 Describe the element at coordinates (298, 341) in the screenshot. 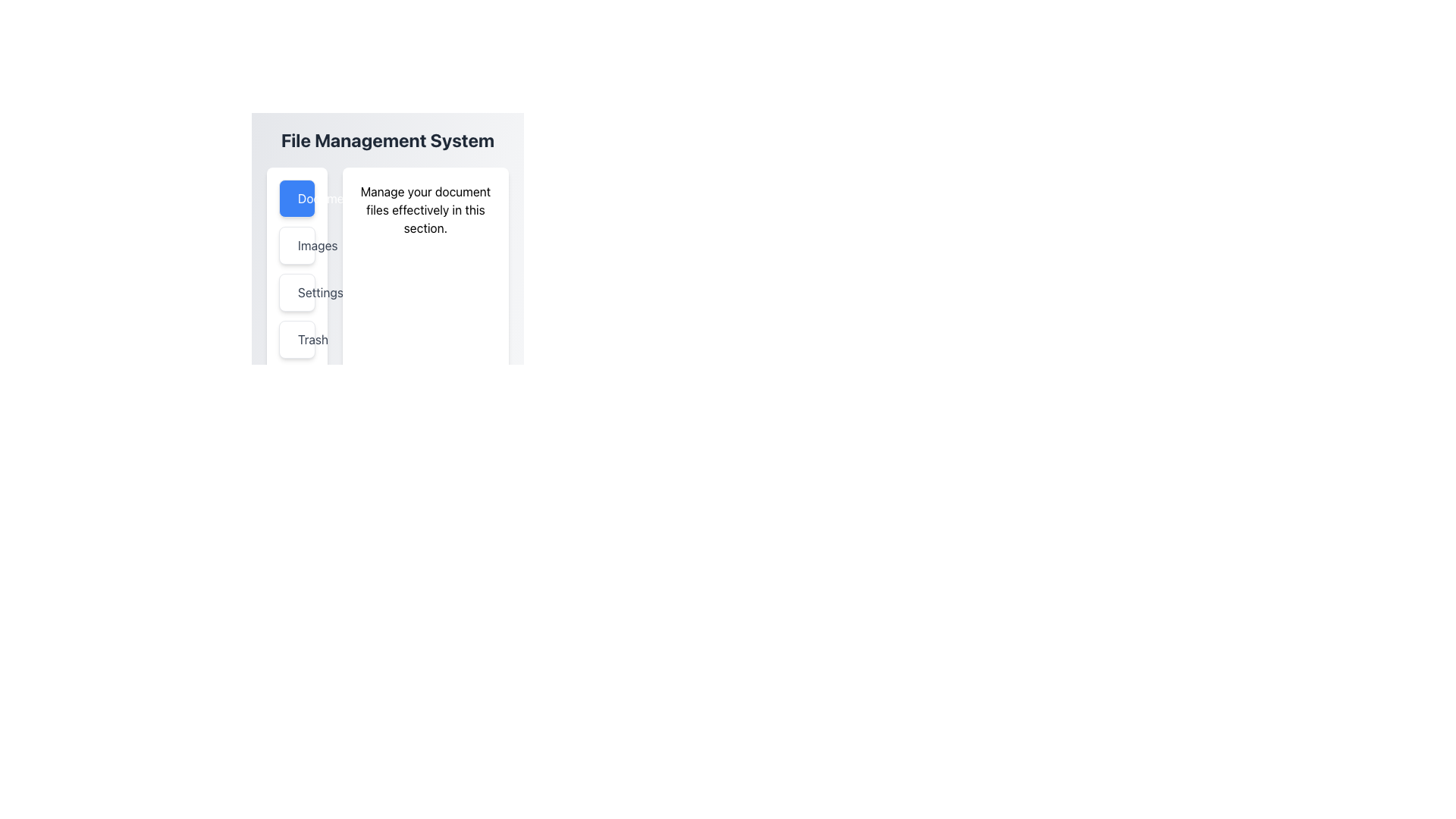

I see `the delete icon located in the vertical navigation bar on the left side of the interface to initiate a delete action` at that location.